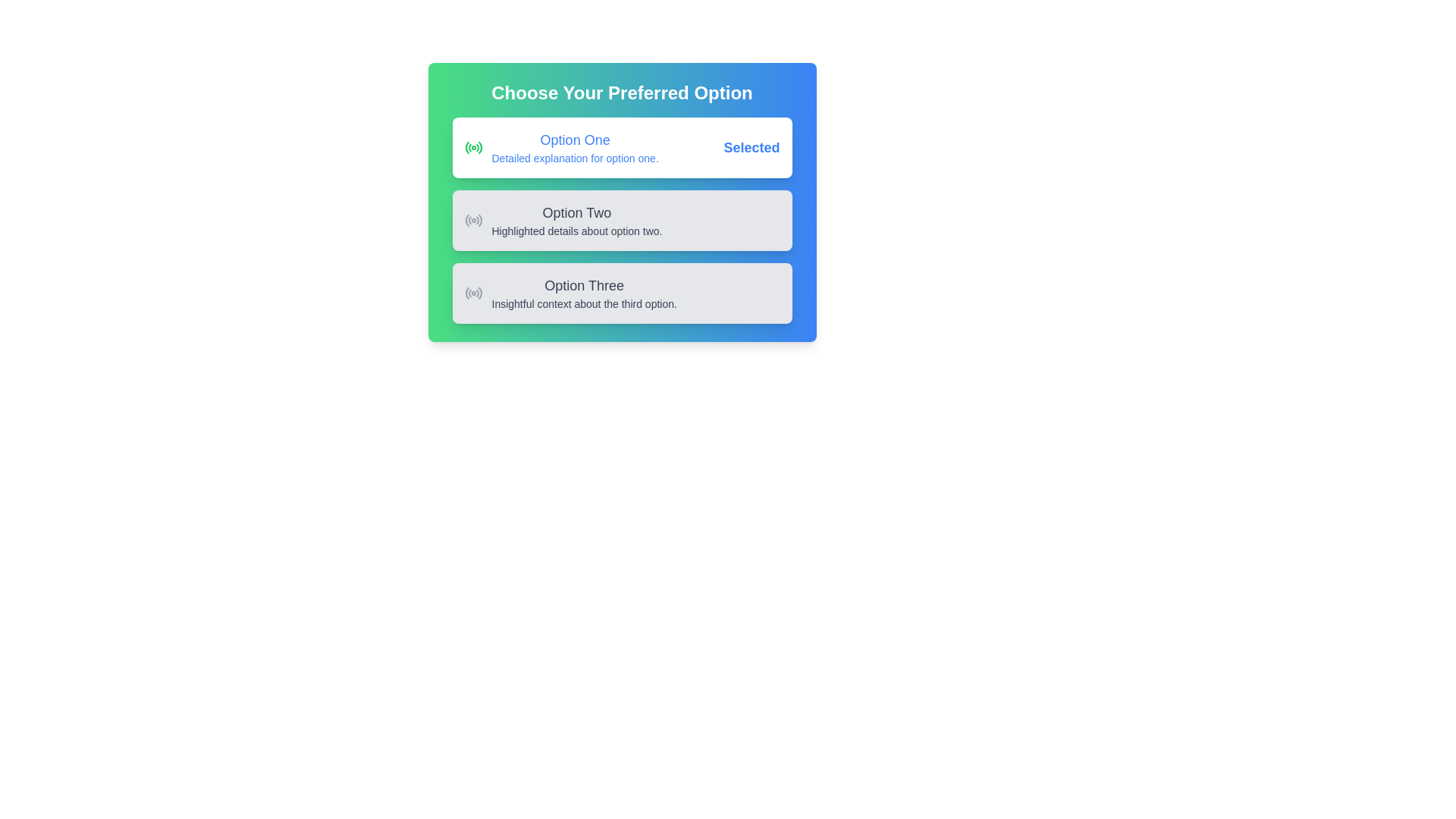 The width and height of the screenshot is (1456, 819). I want to click on the 'Option Two' radio button icon, so click(472, 220).